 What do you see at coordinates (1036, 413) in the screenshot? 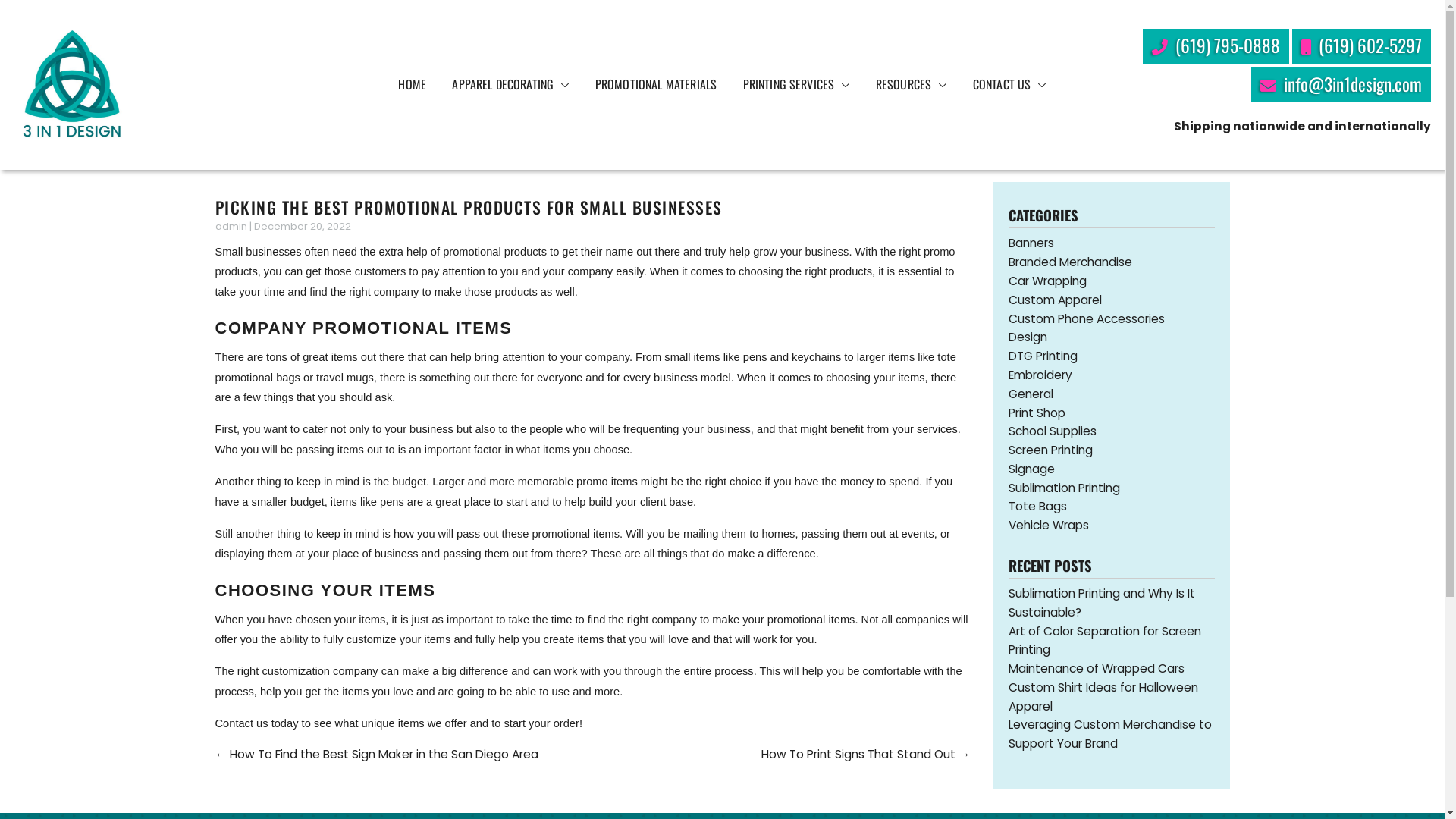
I see `'Print Shop'` at bounding box center [1036, 413].